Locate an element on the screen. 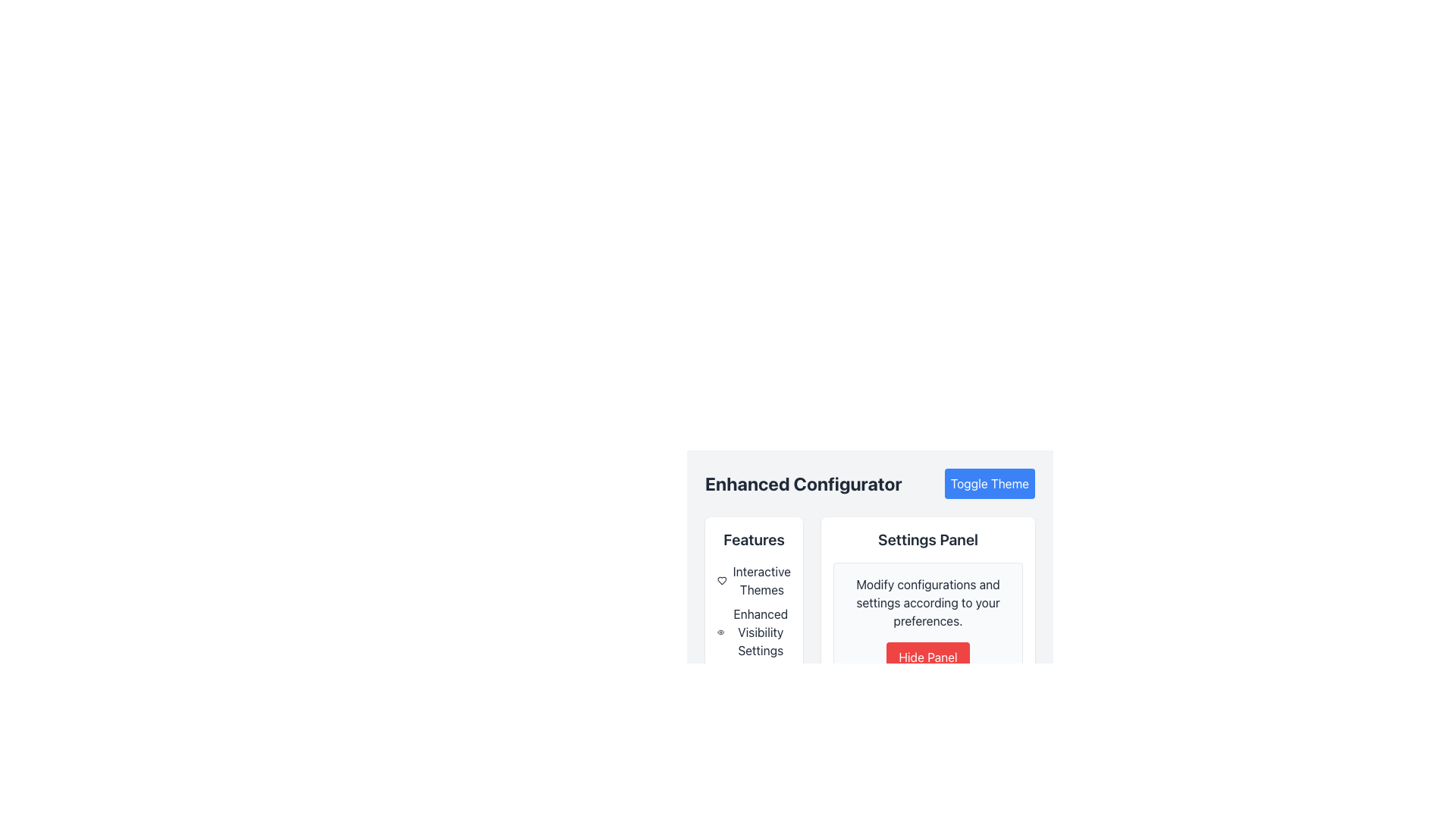 The image size is (1456, 819). the stylized heart icon, which is the second icon in the 'Features' section of the vertical list on the left side of the interface is located at coordinates (721, 580).